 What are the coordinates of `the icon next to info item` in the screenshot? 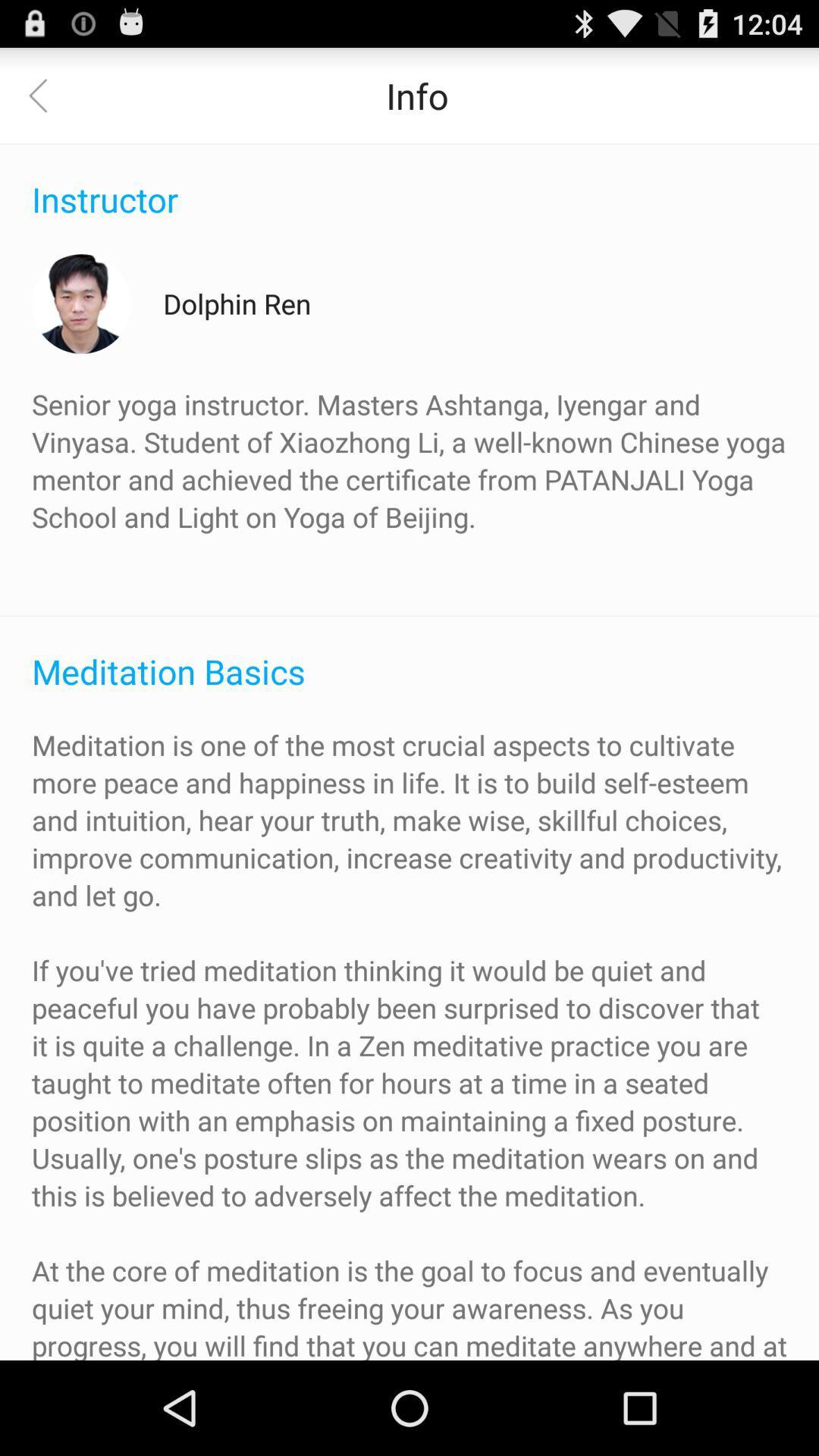 It's located at (46, 94).